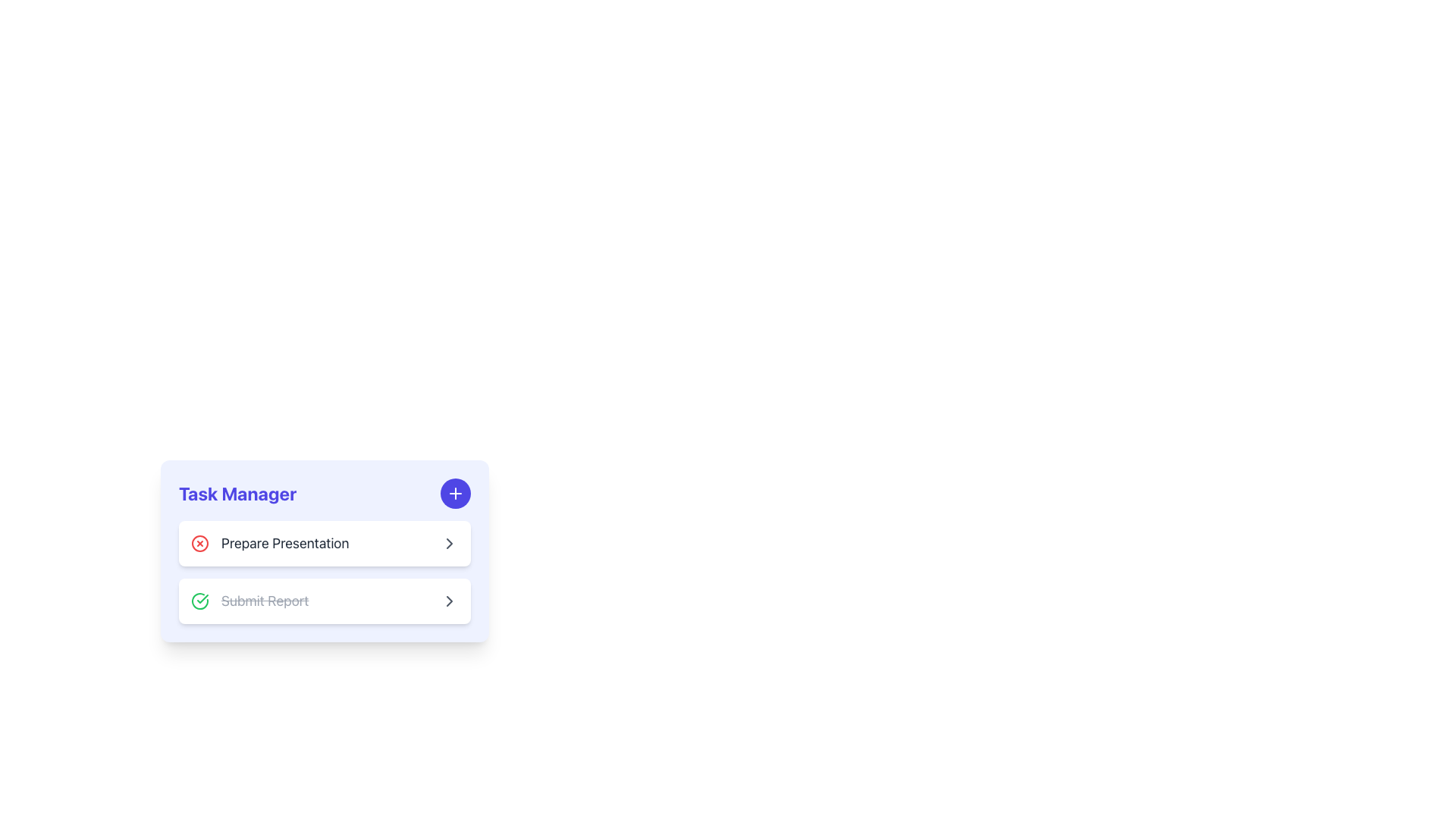 This screenshot has height=819, width=1456. Describe the element at coordinates (324, 601) in the screenshot. I see `the second task item` at that location.